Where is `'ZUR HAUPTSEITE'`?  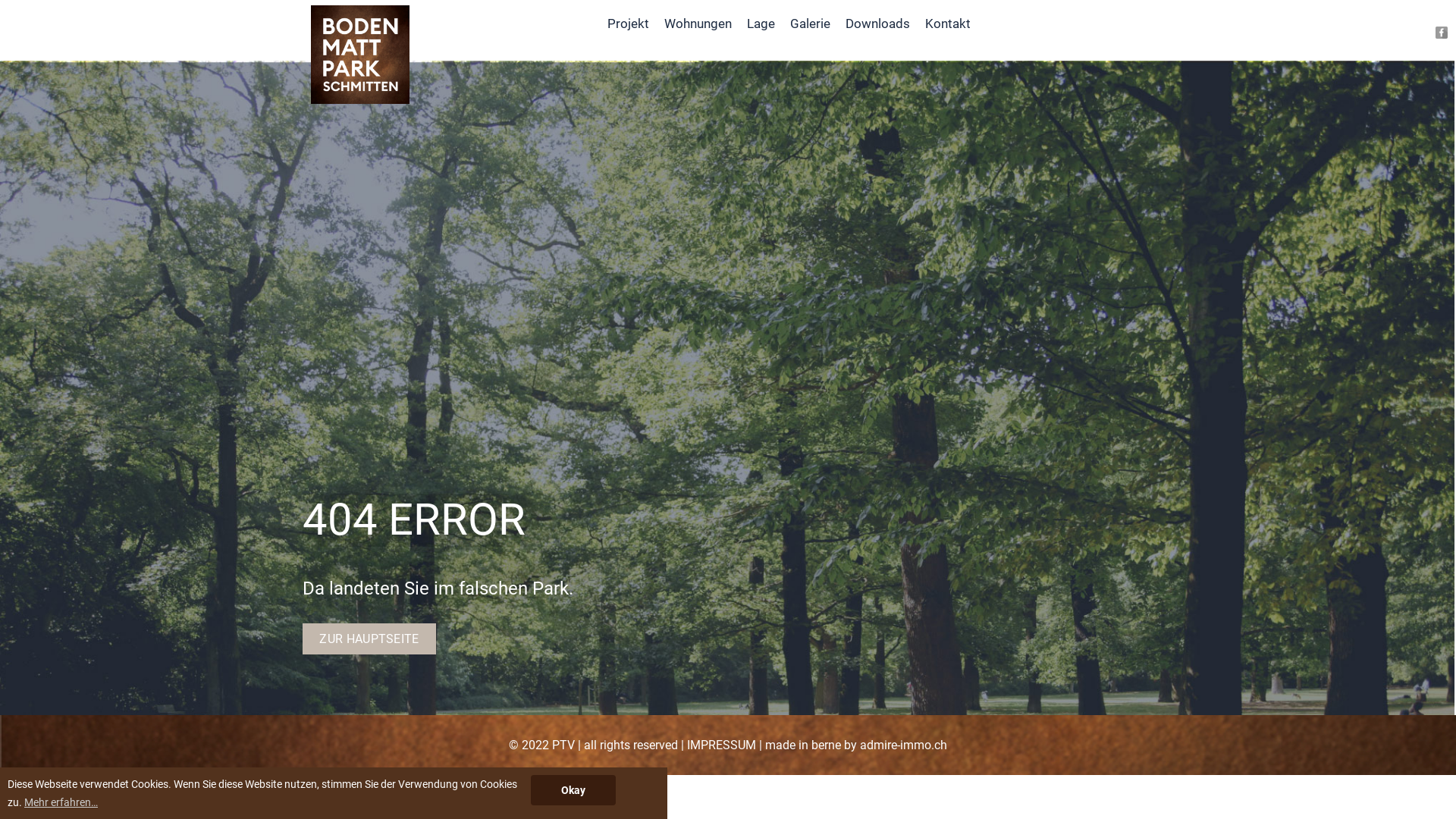
'ZUR HAUPTSEITE' is located at coordinates (369, 639).